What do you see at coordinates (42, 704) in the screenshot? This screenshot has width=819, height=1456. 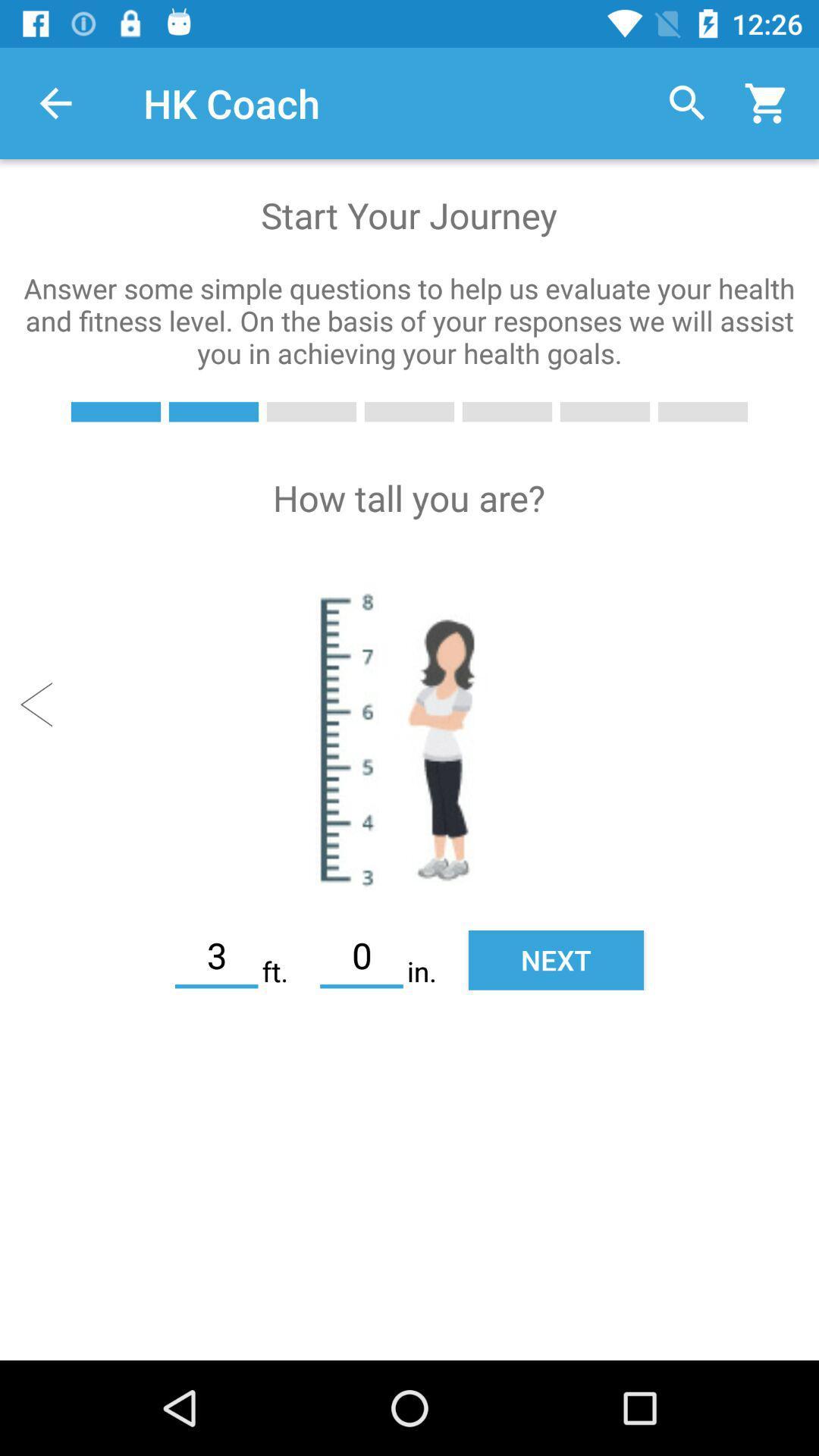 I see `the arrow_backward icon` at bounding box center [42, 704].